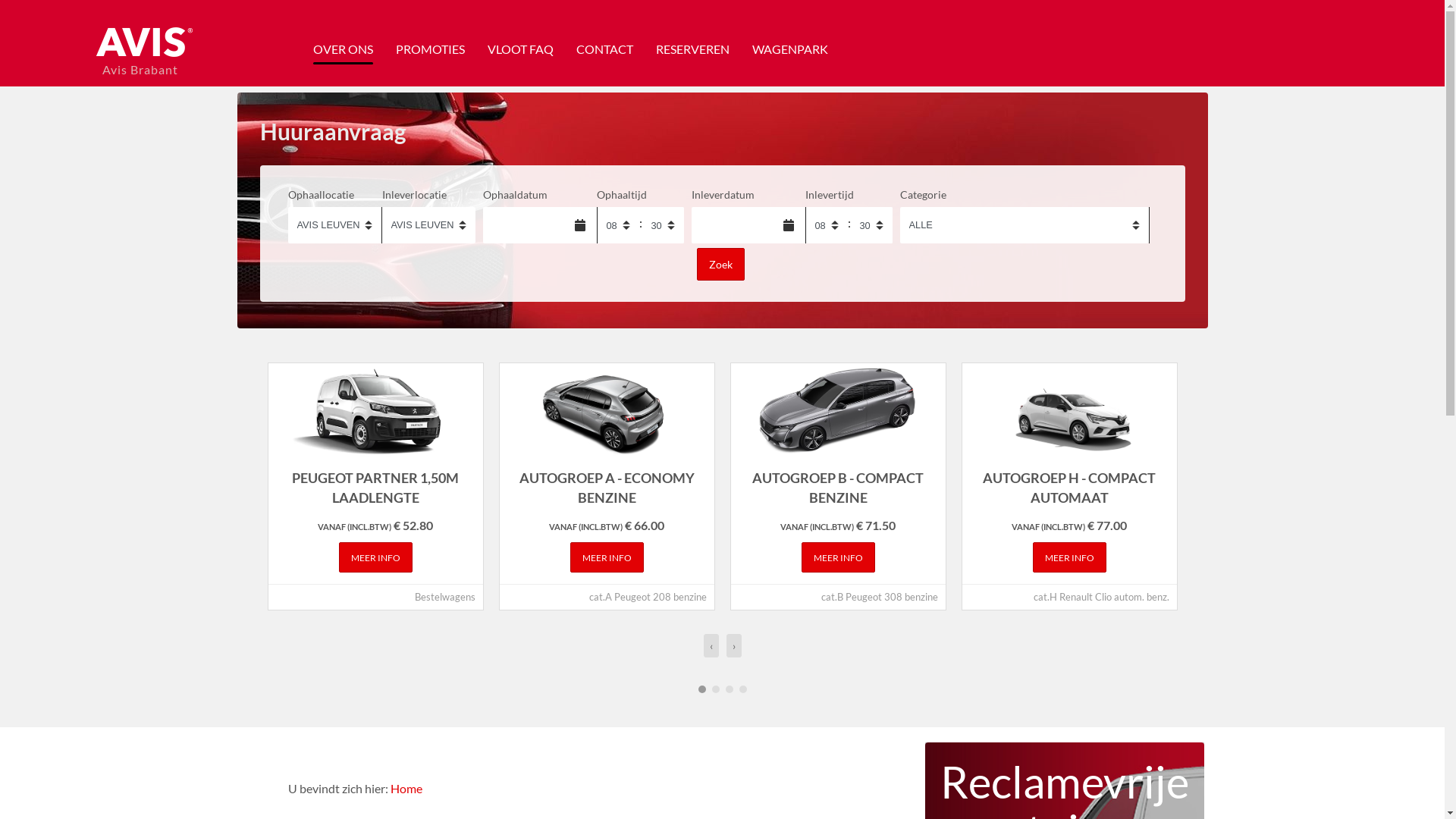 The height and width of the screenshot is (819, 1456). Describe the element at coordinates (142, 52) in the screenshot. I see `'Avis Brabant'` at that location.